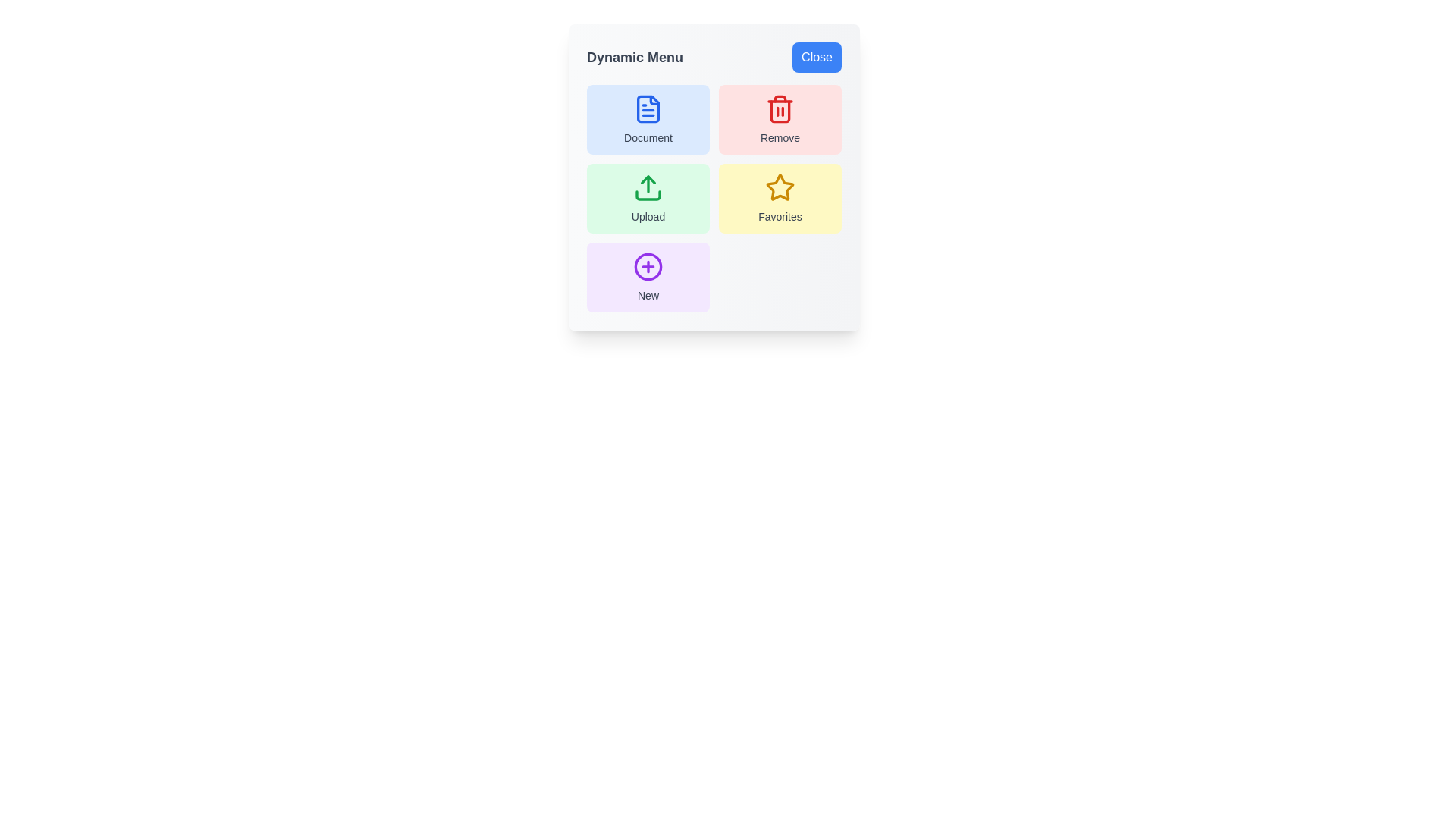 The height and width of the screenshot is (819, 1456). I want to click on the Circular Icon labeled 'New' with a '+' symbol located in the bottom-left section of the grid layout, so click(648, 265).